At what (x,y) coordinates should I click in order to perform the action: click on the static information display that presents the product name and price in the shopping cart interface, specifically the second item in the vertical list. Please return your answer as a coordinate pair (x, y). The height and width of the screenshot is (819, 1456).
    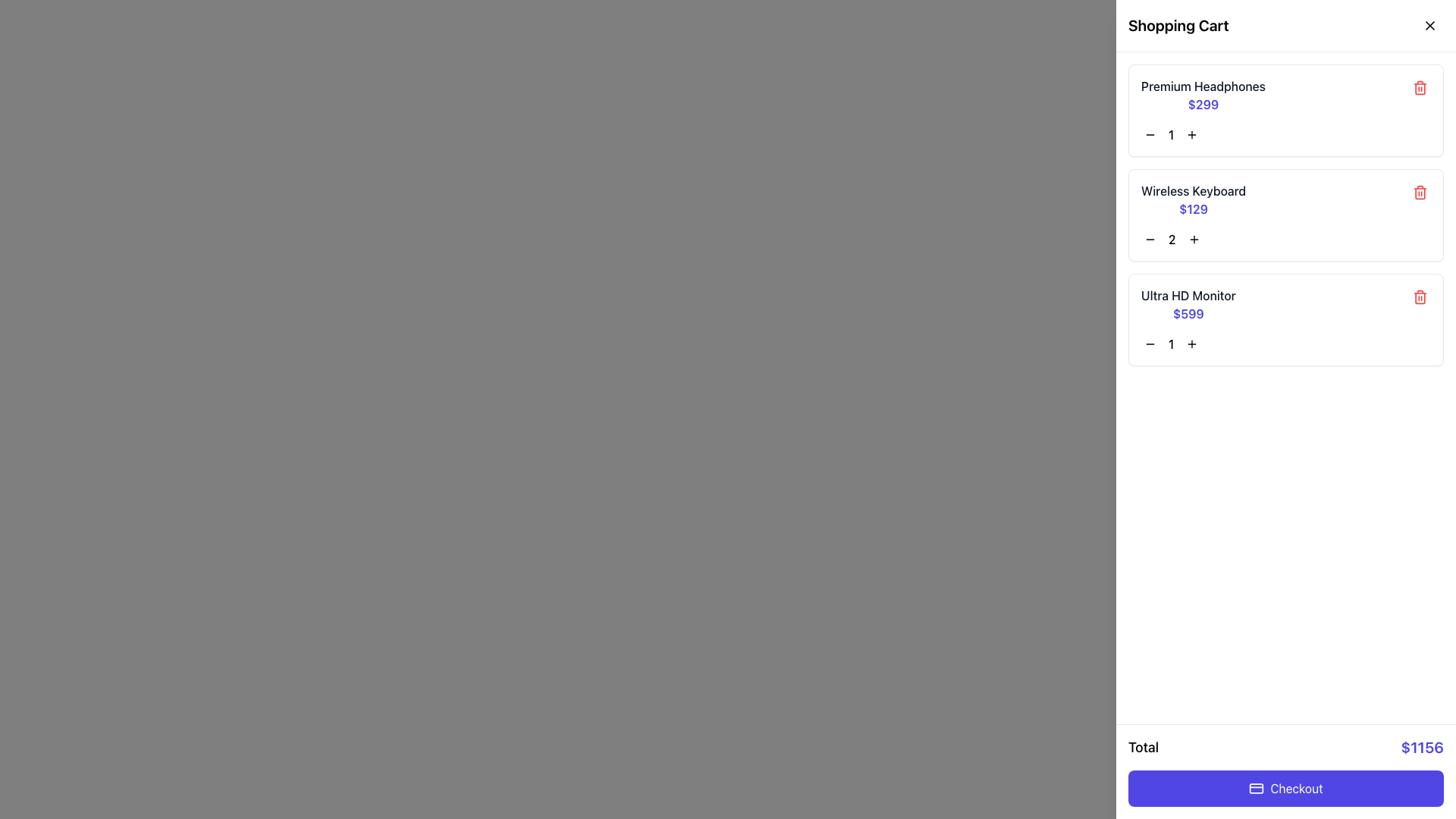
    Looking at the image, I should click on (1193, 199).